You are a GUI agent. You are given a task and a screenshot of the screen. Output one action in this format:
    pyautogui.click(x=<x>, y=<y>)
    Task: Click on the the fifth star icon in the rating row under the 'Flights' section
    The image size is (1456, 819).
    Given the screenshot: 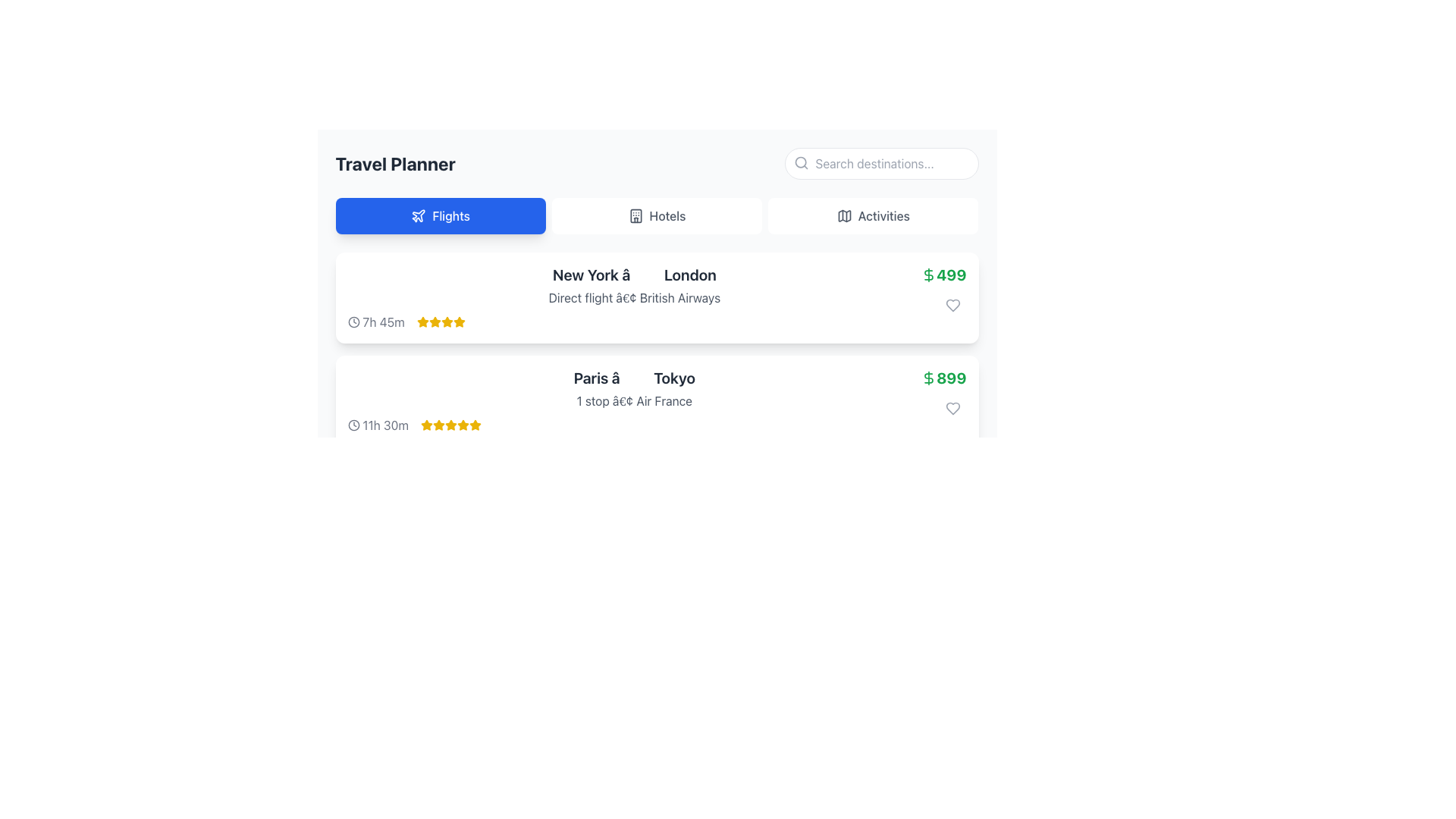 What is the action you would take?
    pyautogui.click(x=426, y=425)
    